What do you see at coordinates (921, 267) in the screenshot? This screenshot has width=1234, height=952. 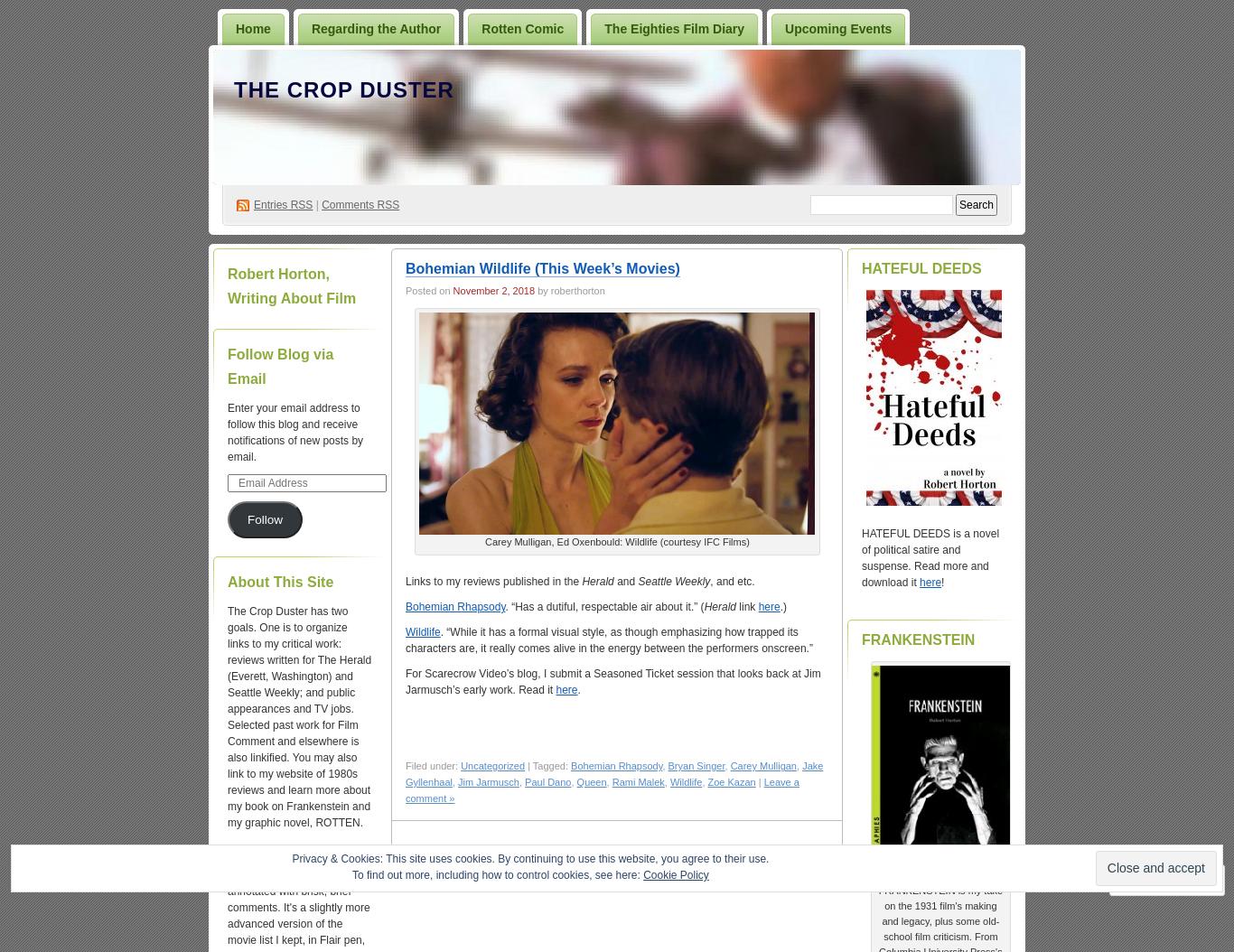 I see `'HATEFUL DEEDS'` at bounding box center [921, 267].